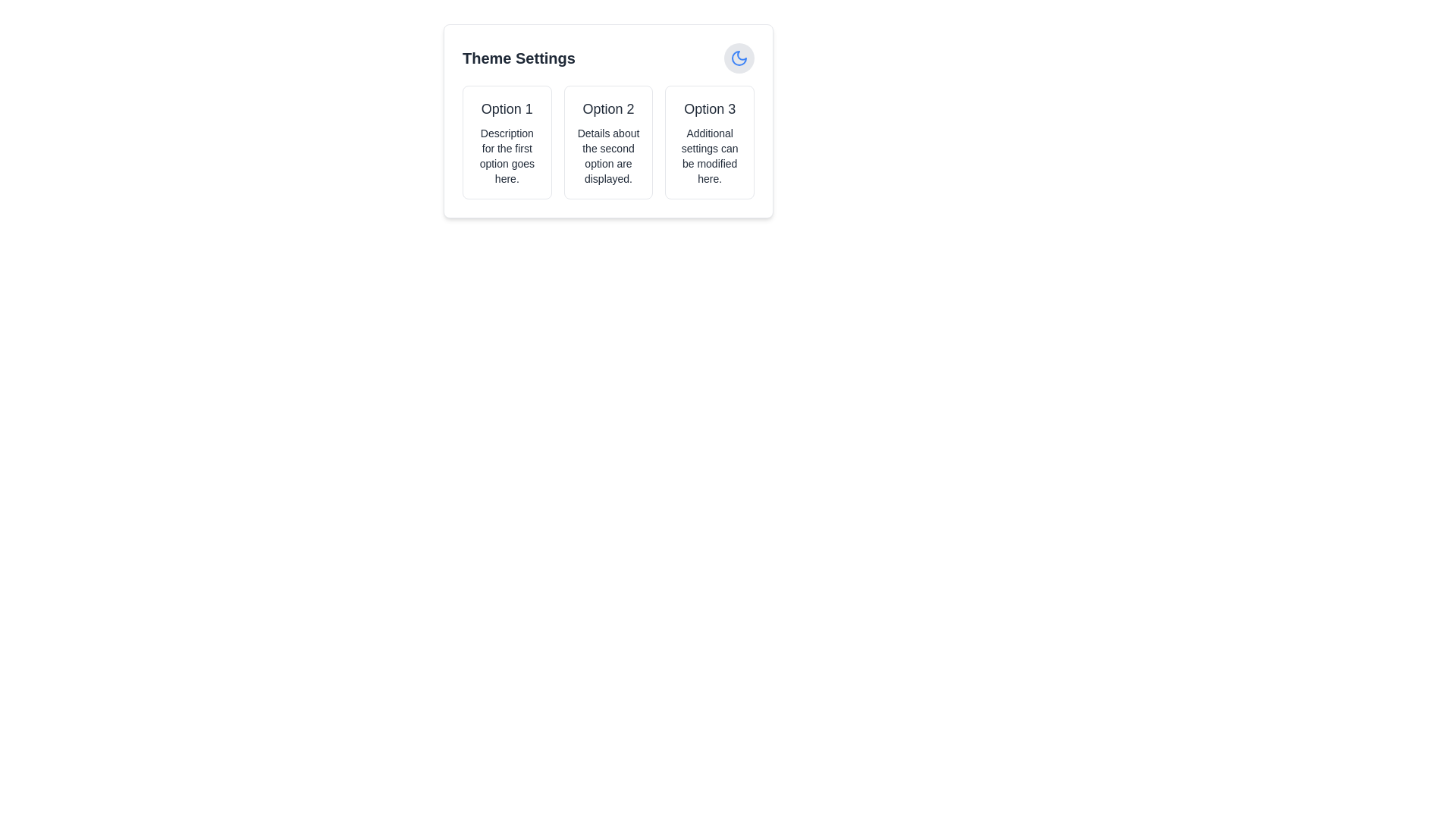 This screenshot has height=819, width=1456. Describe the element at coordinates (507, 155) in the screenshot. I see `the text element that contains the string 'Description for the first option goes here.' which is styled with a smaller font size and is located below the heading 'Option 1' in the 'Theme Settings' section` at that location.